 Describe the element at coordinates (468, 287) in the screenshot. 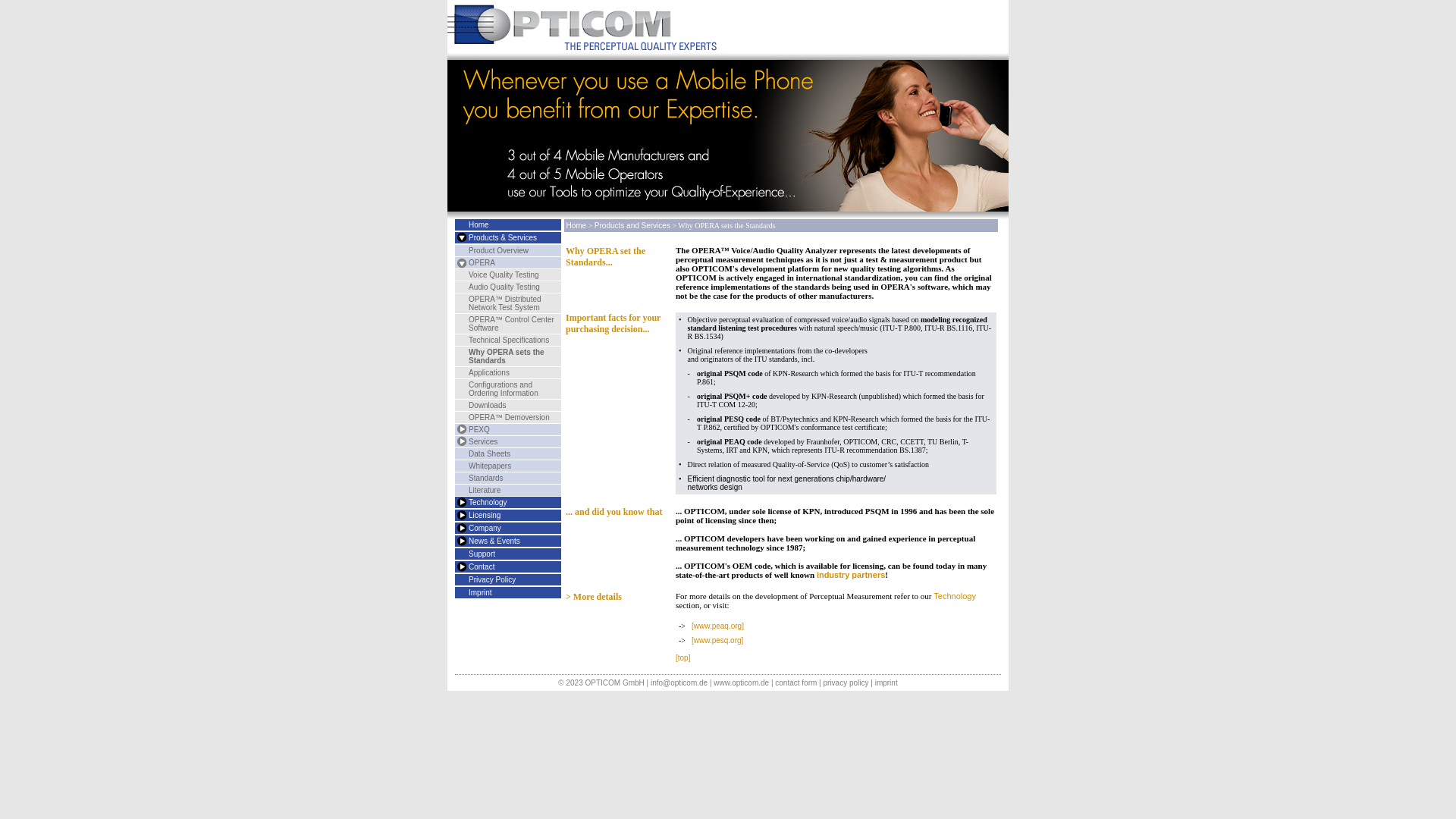

I see `'Audio Quality Testing'` at that location.